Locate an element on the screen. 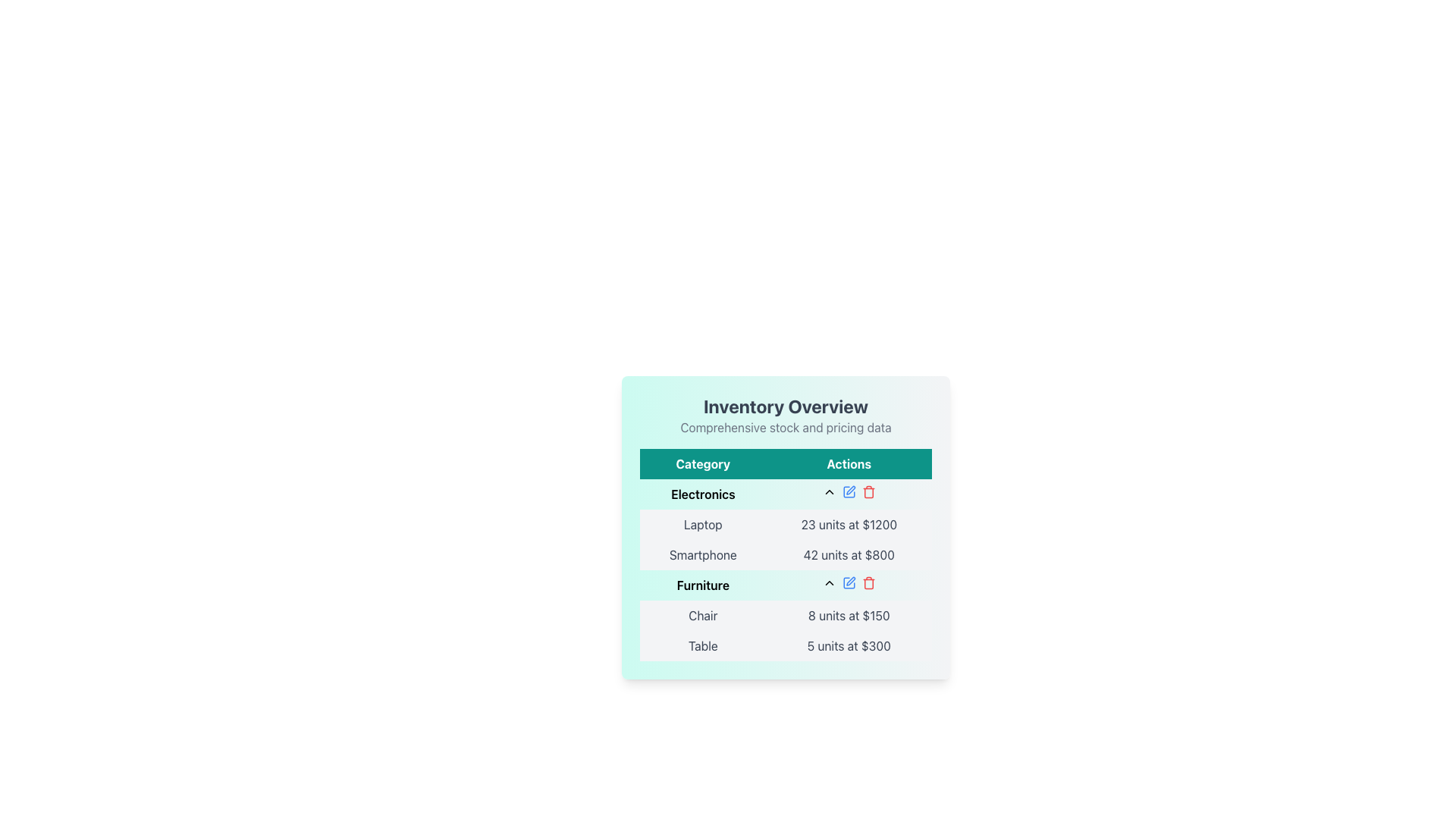 Image resolution: width=1456 pixels, height=819 pixels. the 'Furniture' text label, which is prominently displayed in bold within a light background in the third row of the category table is located at coordinates (702, 584).